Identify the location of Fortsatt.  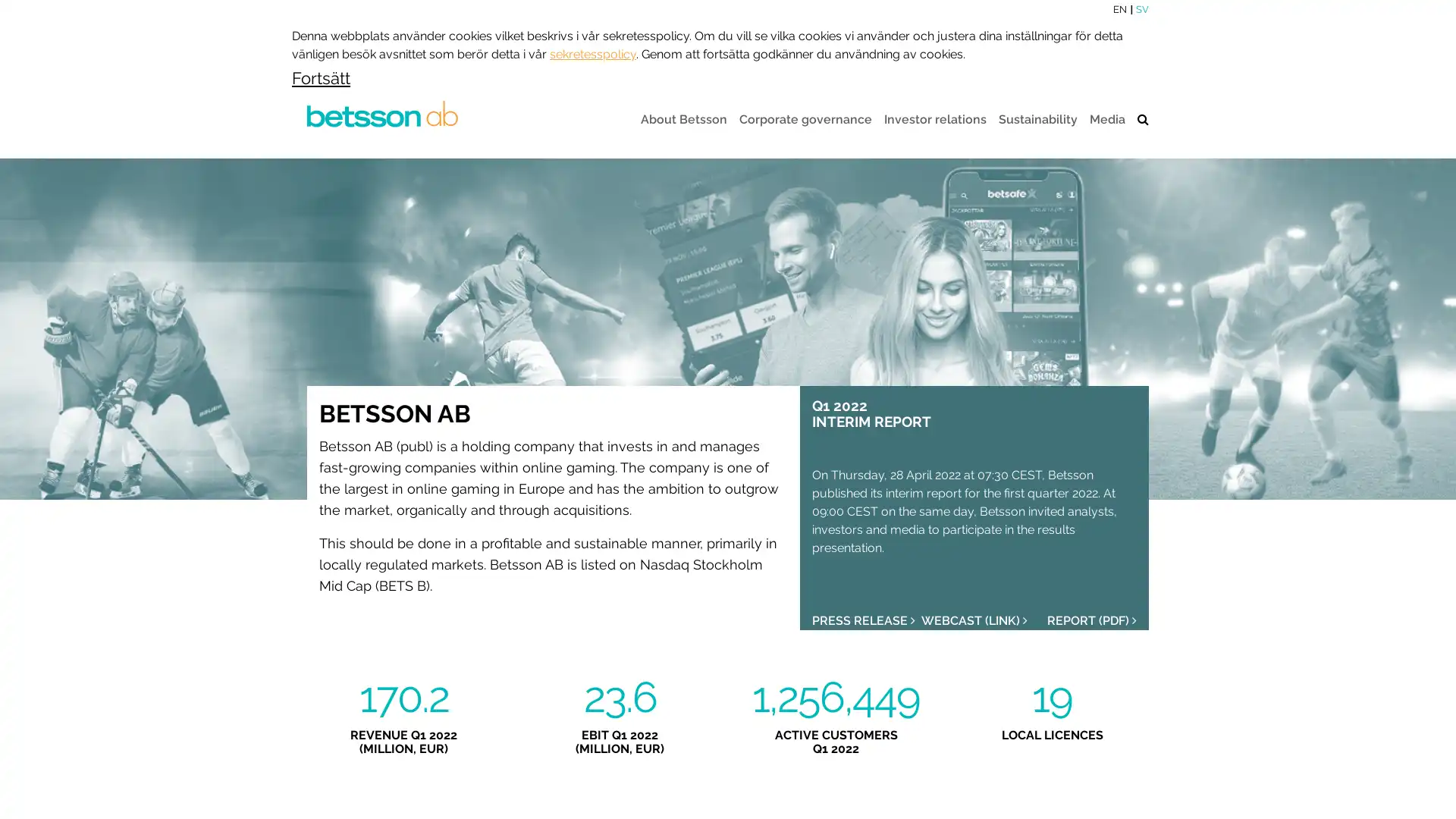
(320, 76).